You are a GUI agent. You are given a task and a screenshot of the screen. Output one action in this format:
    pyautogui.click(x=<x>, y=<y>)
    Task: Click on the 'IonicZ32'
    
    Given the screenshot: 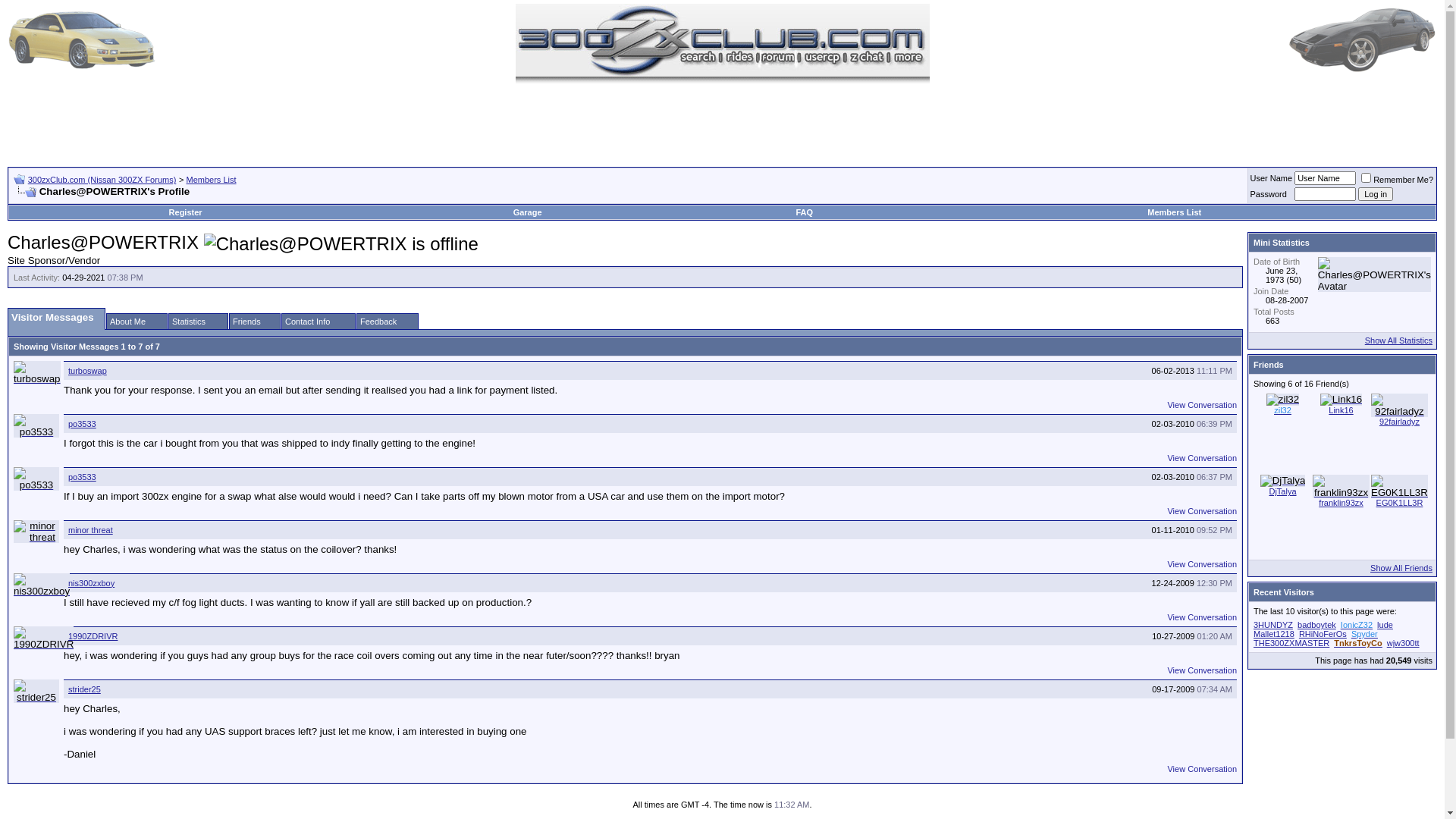 What is the action you would take?
    pyautogui.click(x=1357, y=625)
    